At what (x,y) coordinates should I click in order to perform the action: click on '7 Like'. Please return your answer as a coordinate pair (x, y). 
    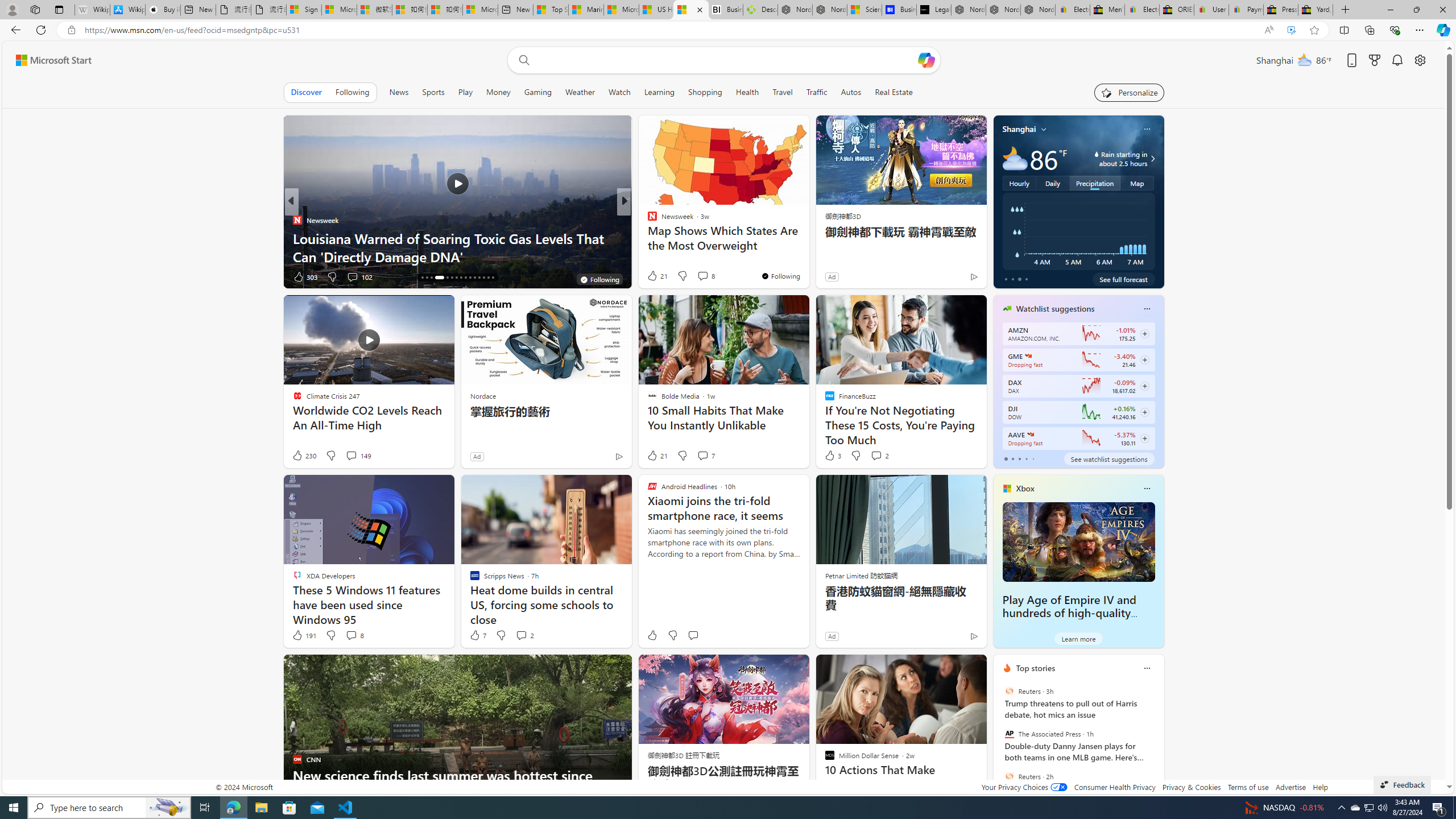
    Looking at the image, I should click on (477, 634).